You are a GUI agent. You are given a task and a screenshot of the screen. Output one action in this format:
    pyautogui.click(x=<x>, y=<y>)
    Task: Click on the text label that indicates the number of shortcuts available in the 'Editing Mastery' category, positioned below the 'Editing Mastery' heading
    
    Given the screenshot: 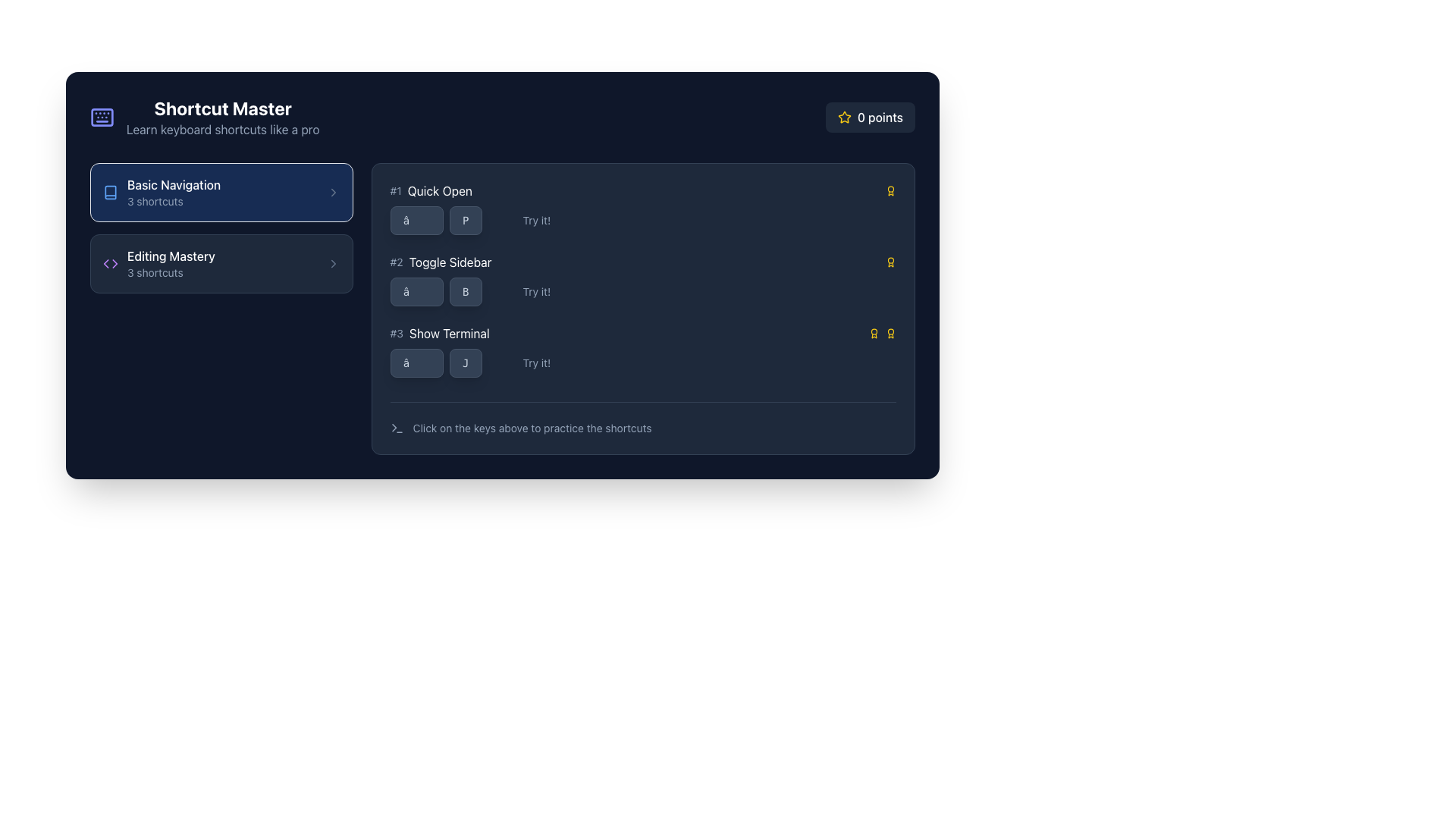 What is the action you would take?
    pyautogui.click(x=171, y=271)
    